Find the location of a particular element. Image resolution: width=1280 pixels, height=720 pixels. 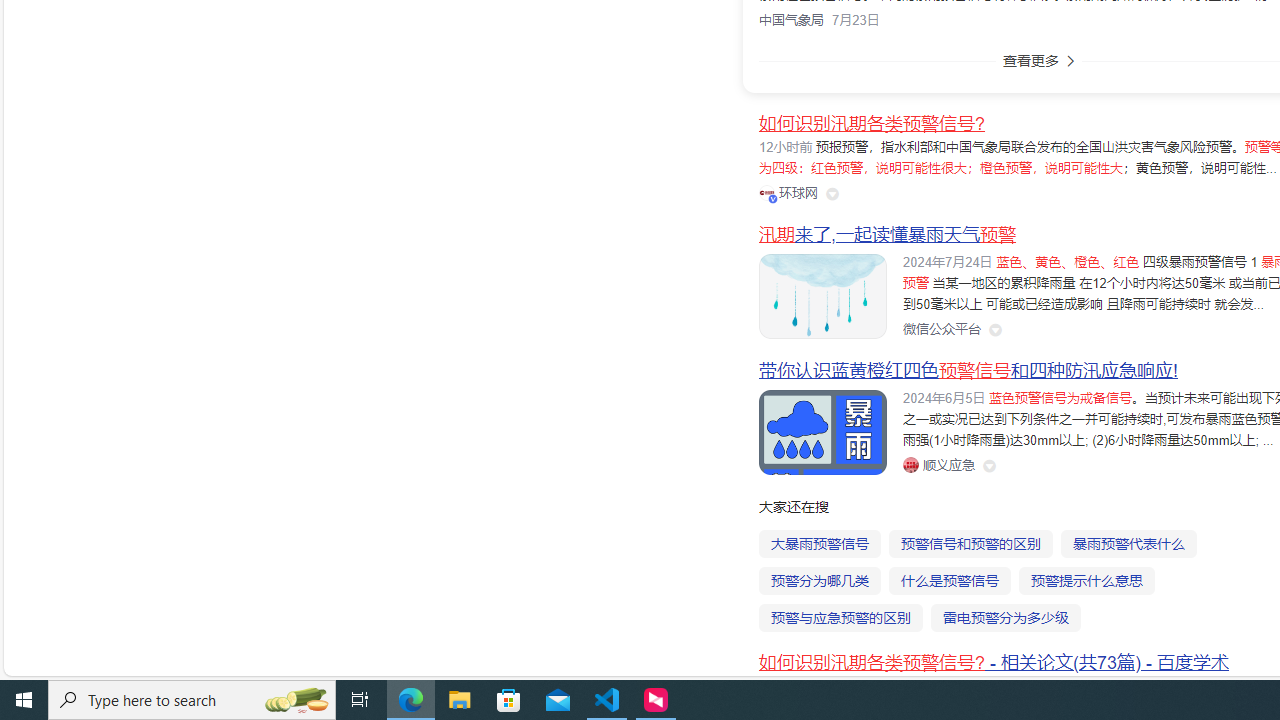

'Class: siteLink_9TPP3' is located at coordinates (937, 465).